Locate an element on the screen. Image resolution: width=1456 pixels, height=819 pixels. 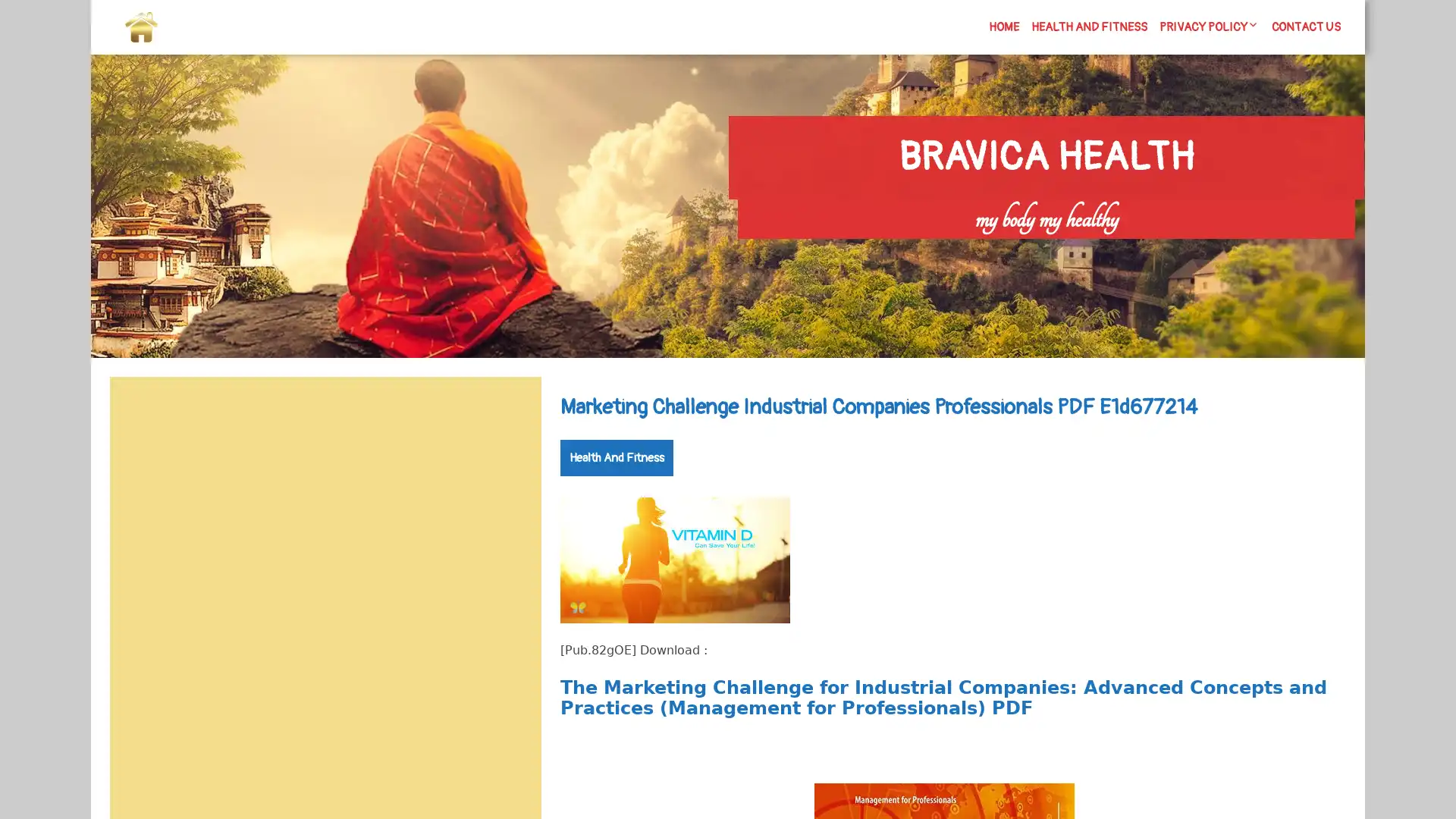
Search is located at coordinates (506, 413).